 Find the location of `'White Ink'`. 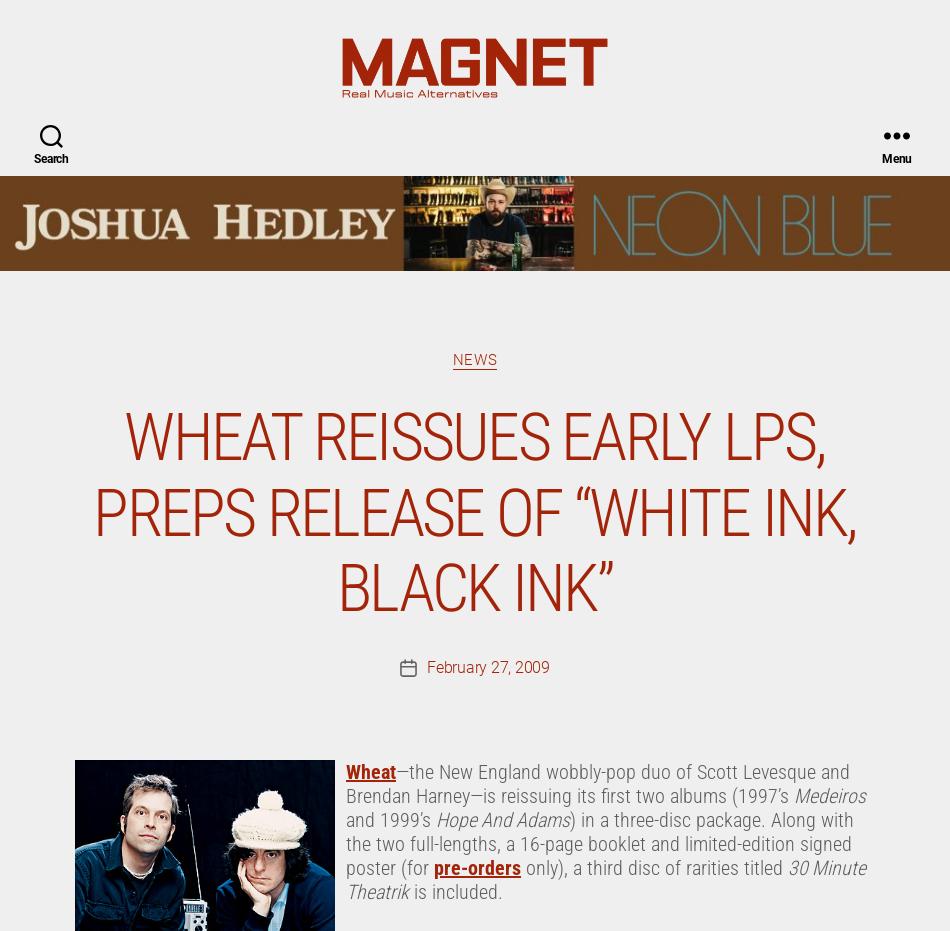

'White Ink' is located at coordinates (85, 379).